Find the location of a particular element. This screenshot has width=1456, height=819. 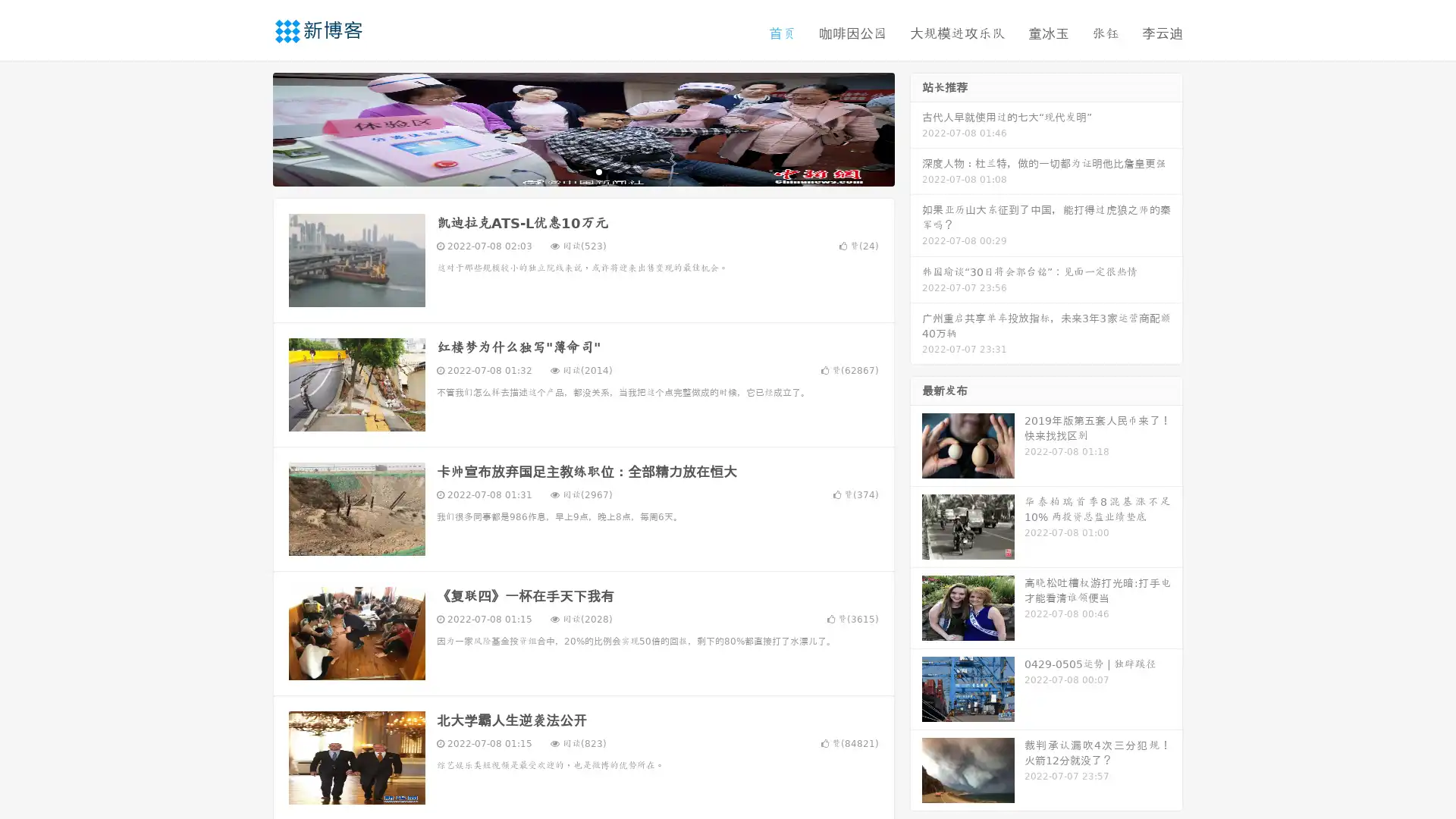

Go to slide 3 is located at coordinates (598, 171).